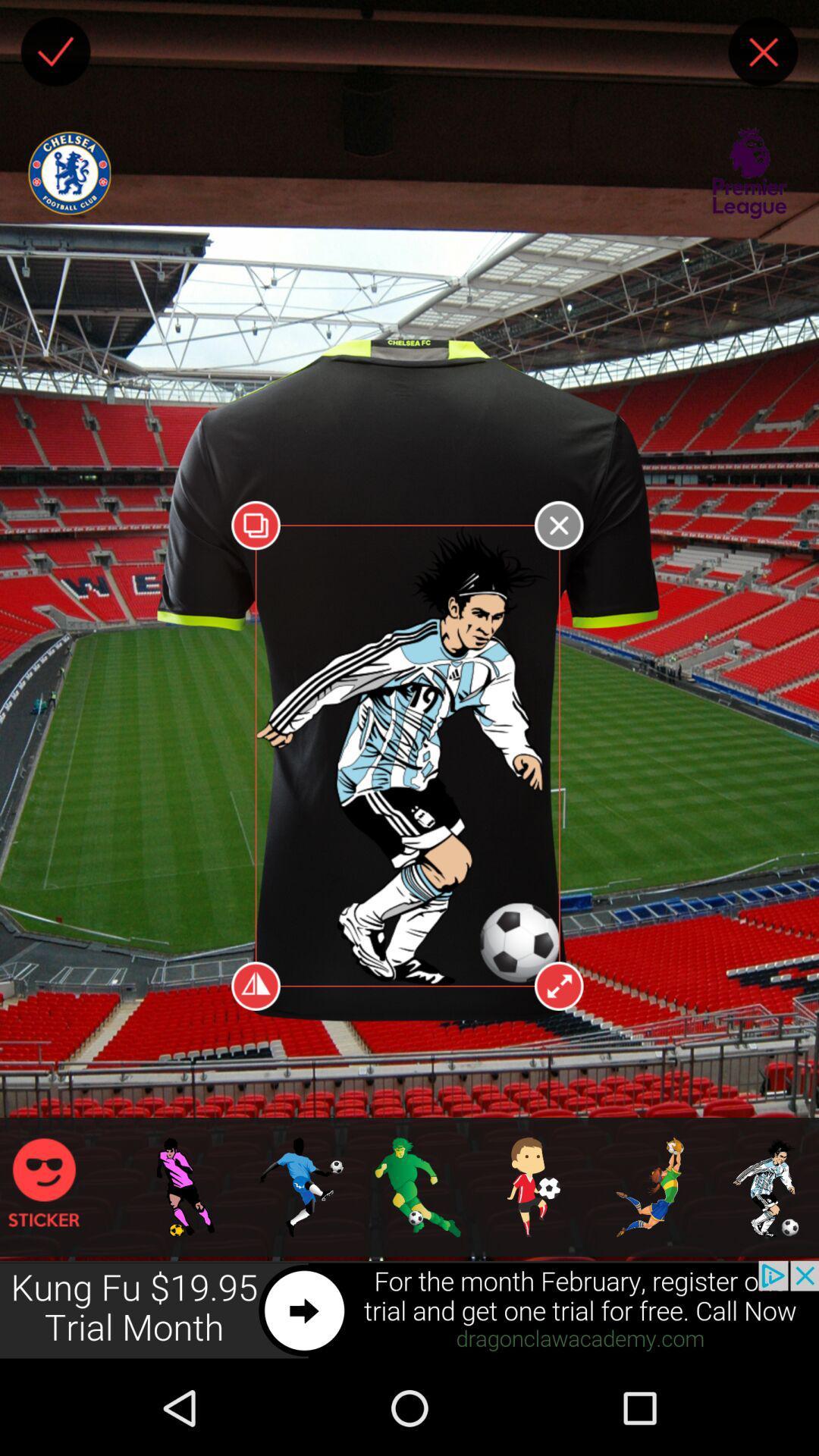 This screenshot has height=1456, width=819. I want to click on open advertisement, so click(409, 1310).